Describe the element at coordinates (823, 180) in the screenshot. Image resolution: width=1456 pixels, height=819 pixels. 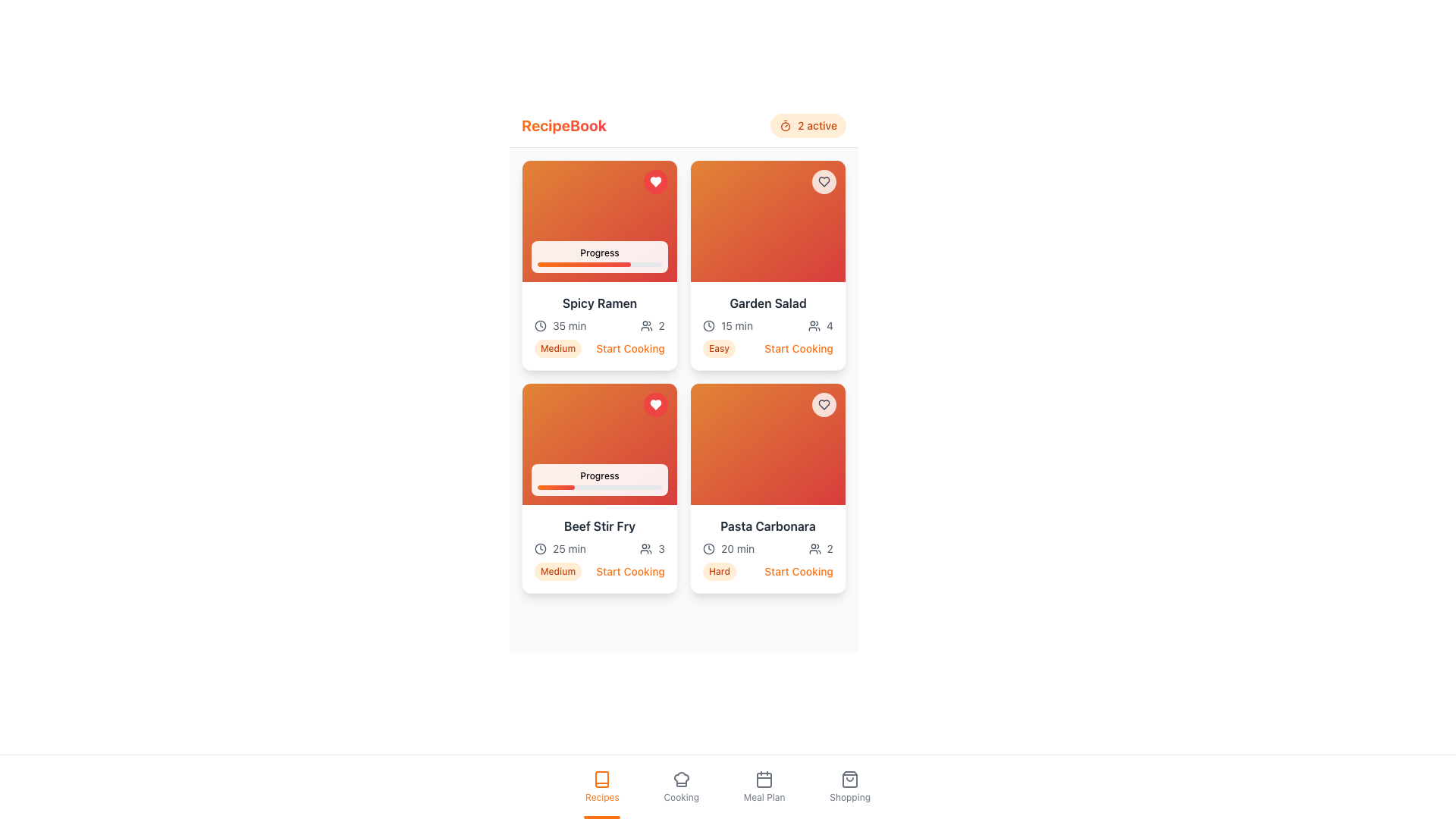
I see `the favorite button located at the top-right corner of the 'Garden Salad' card in the grid layout to mark it as a favorite item` at that location.